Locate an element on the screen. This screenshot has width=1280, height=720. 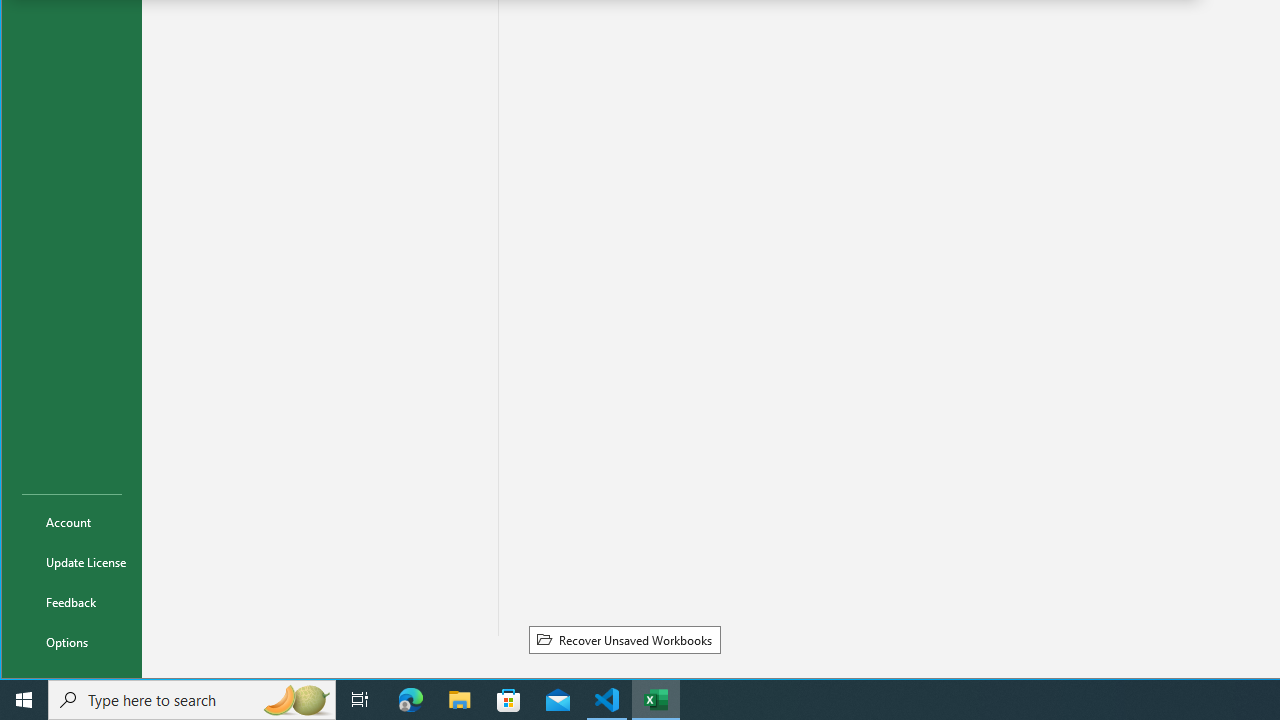
'File Explorer' is located at coordinates (459, 698).